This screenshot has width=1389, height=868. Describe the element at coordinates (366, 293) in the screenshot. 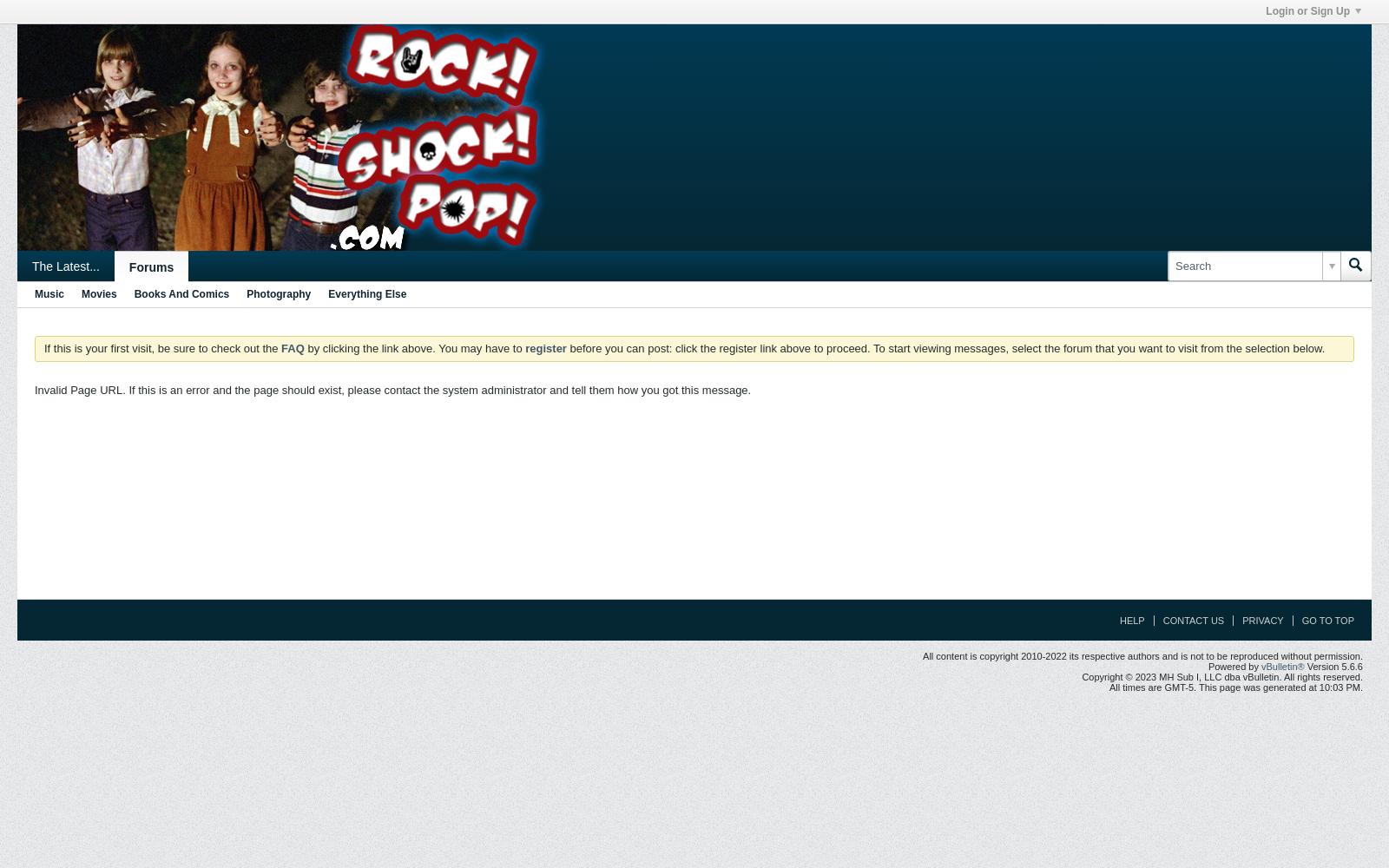

I see `'Everything Else'` at that location.